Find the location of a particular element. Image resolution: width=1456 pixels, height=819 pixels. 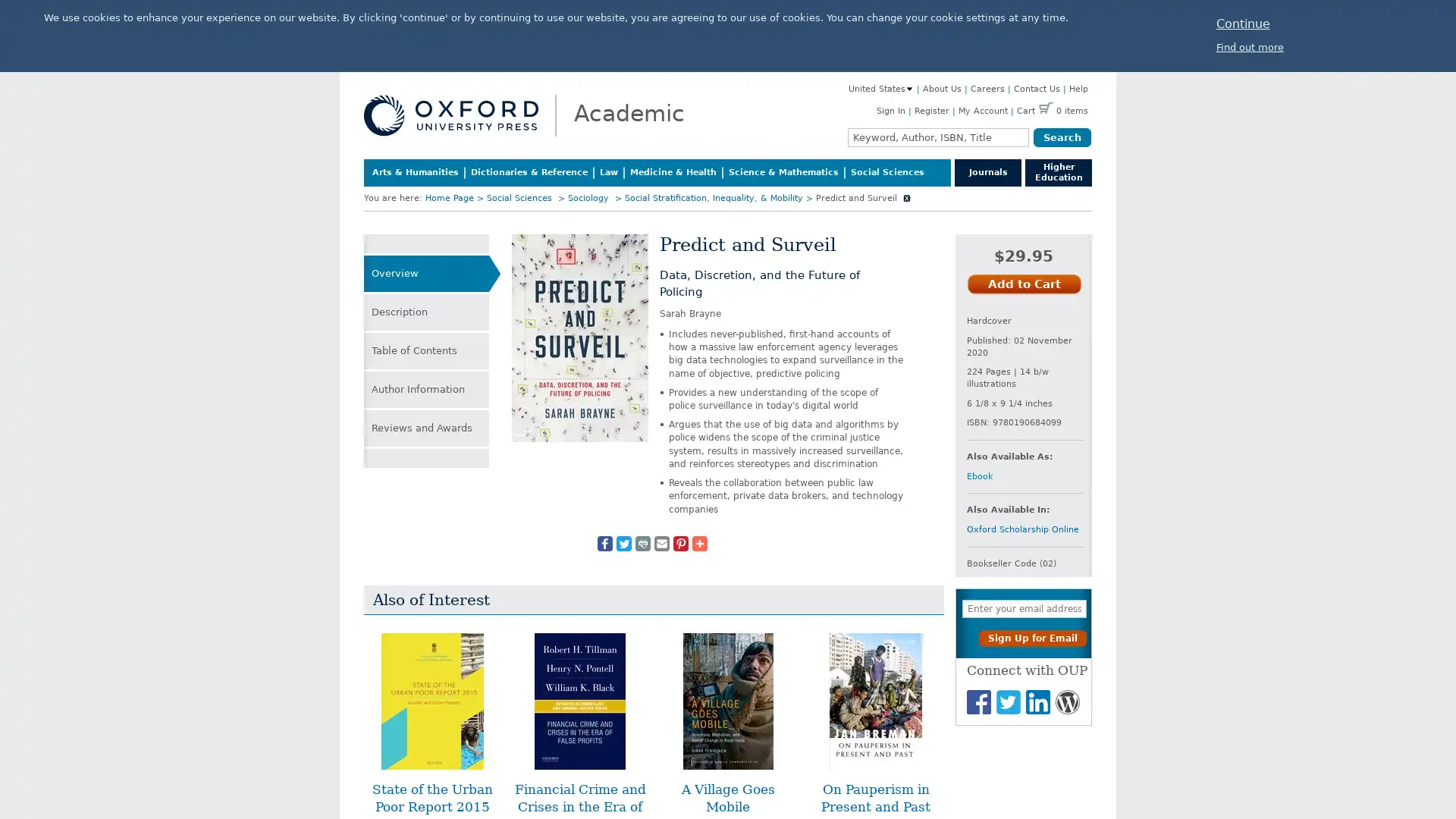

Share to Twitter is located at coordinates (623, 542).